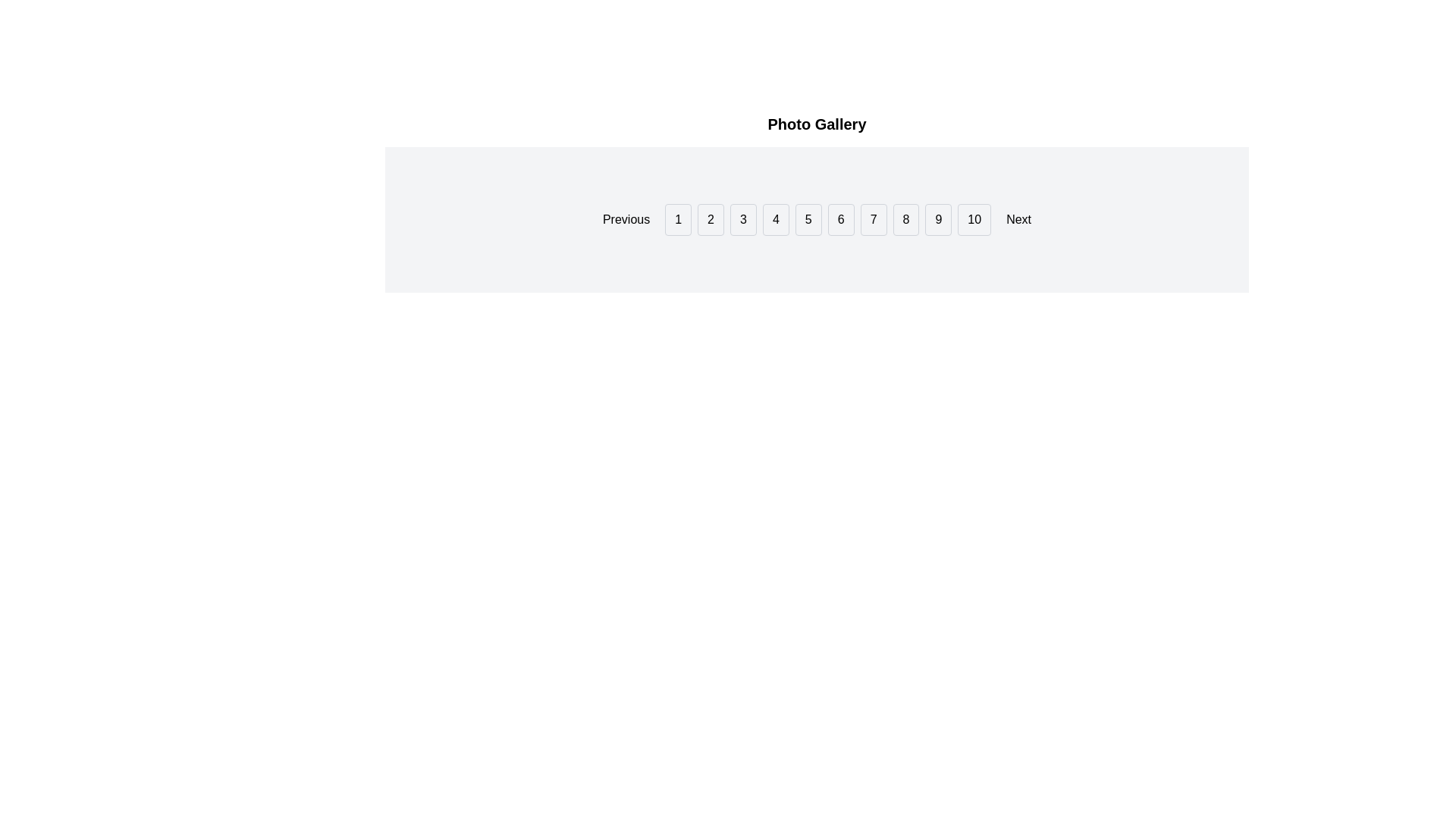  What do you see at coordinates (626, 219) in the screenshot?
I see `the first button on the left` at bounding box center [626, 219].